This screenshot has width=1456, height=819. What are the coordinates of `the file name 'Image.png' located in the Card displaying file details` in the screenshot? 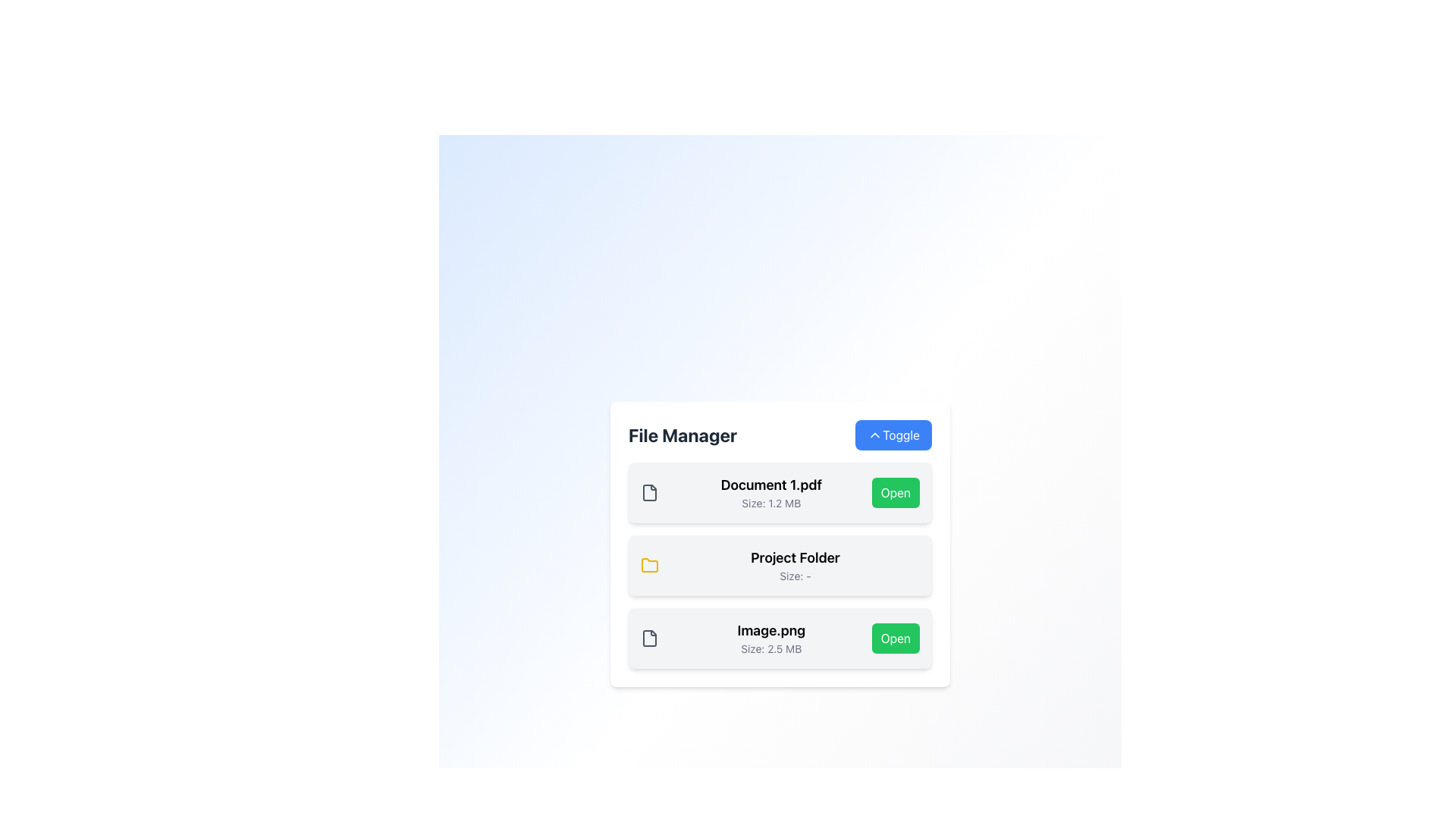 It's located at (780, 638).